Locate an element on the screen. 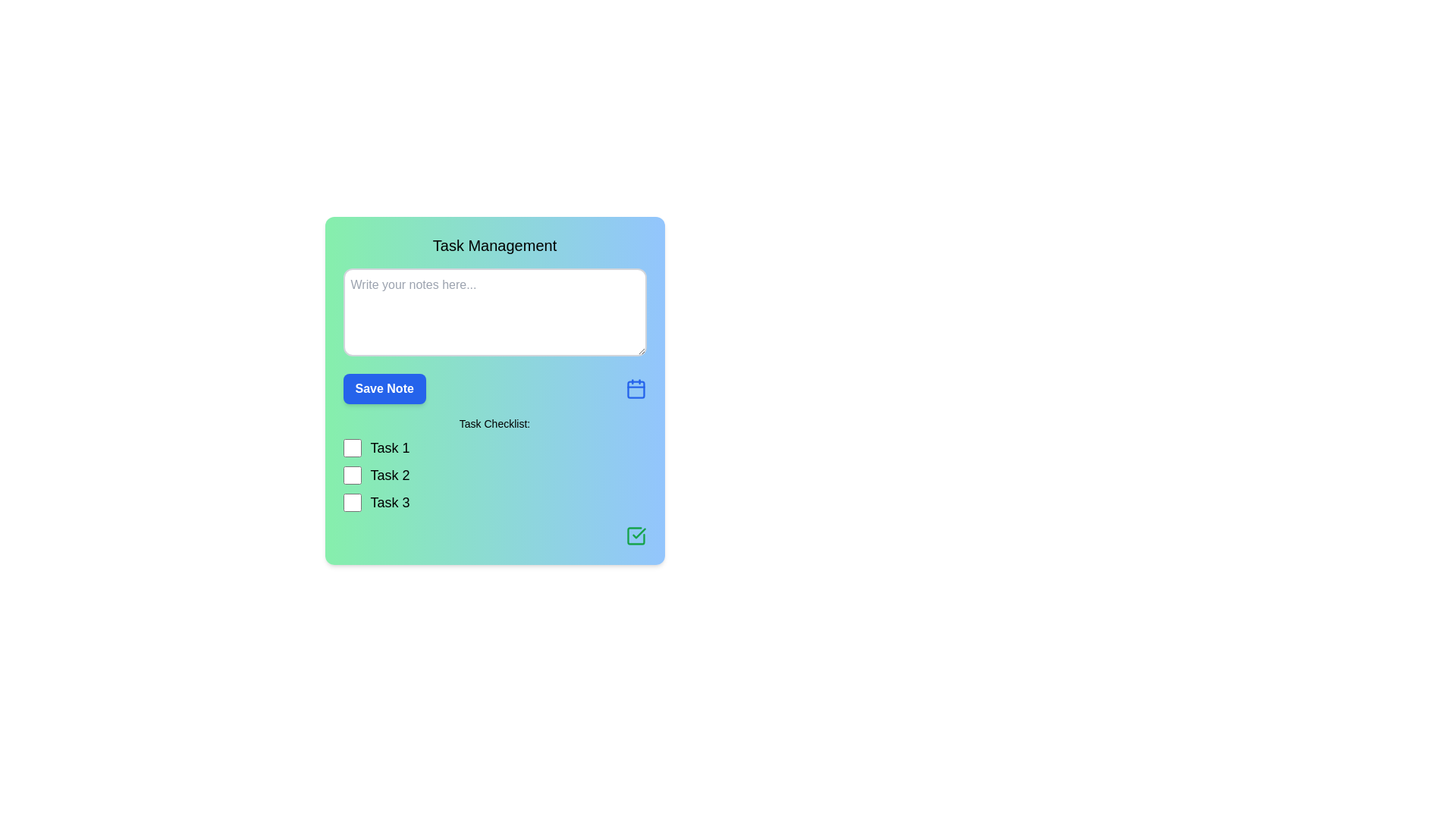 Image resolution: width=1456 pixels, height=819 pixels. the first checkbox in the task list located to the left of the text 'Task 1' is located at coordinates (351, 447).